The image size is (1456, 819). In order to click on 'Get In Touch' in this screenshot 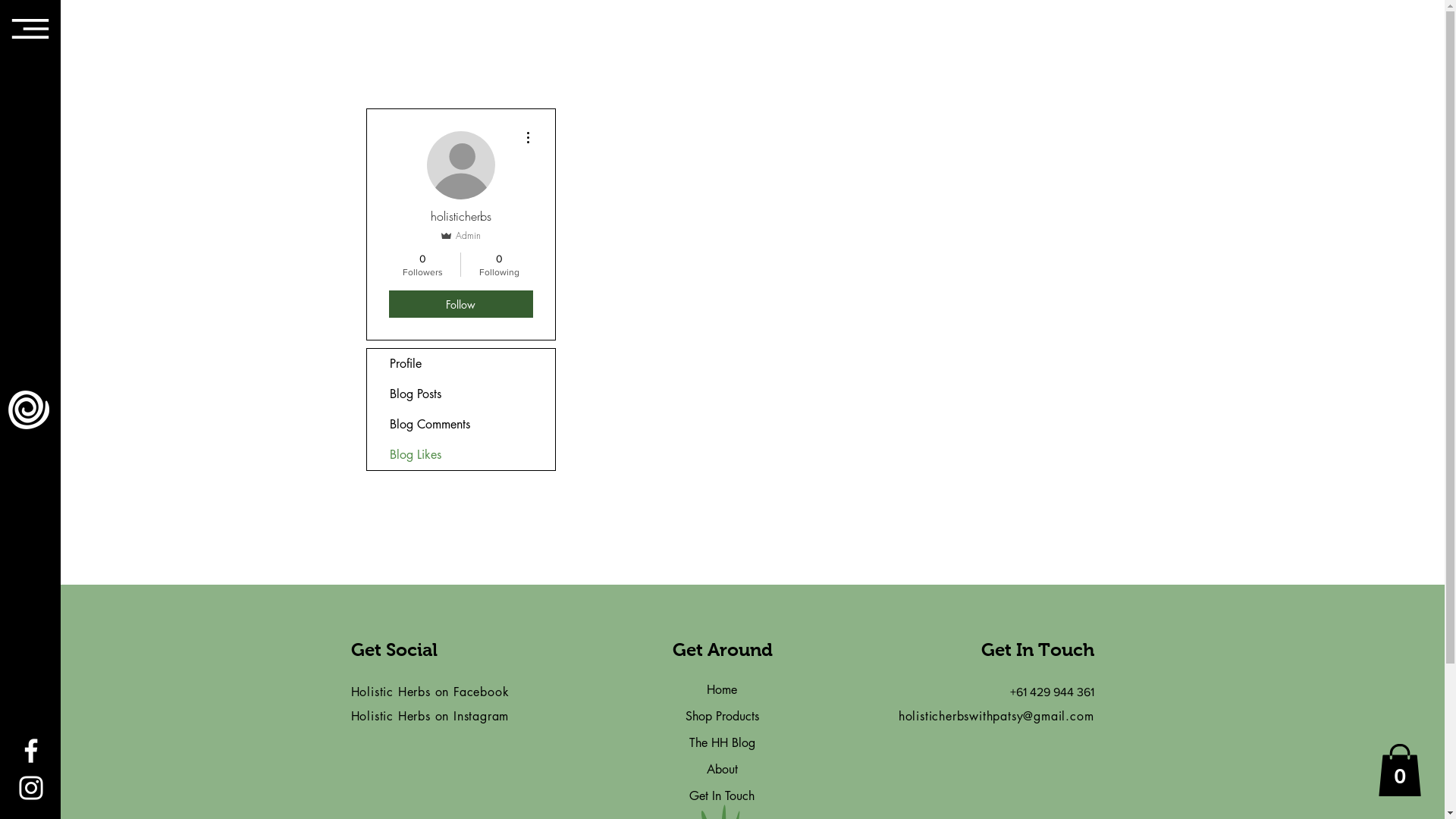, I will do `click(721, 795)`.